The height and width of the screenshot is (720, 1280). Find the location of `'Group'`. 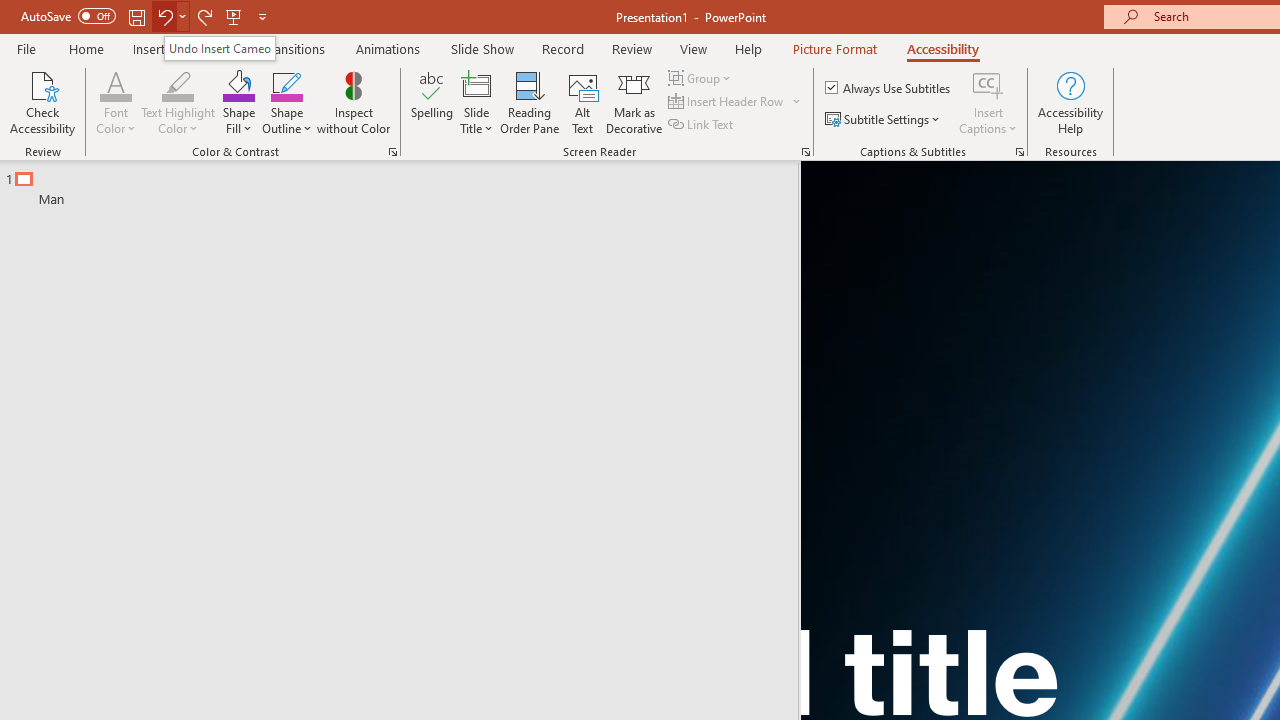

'Group' is located at coordinates (702, 77).